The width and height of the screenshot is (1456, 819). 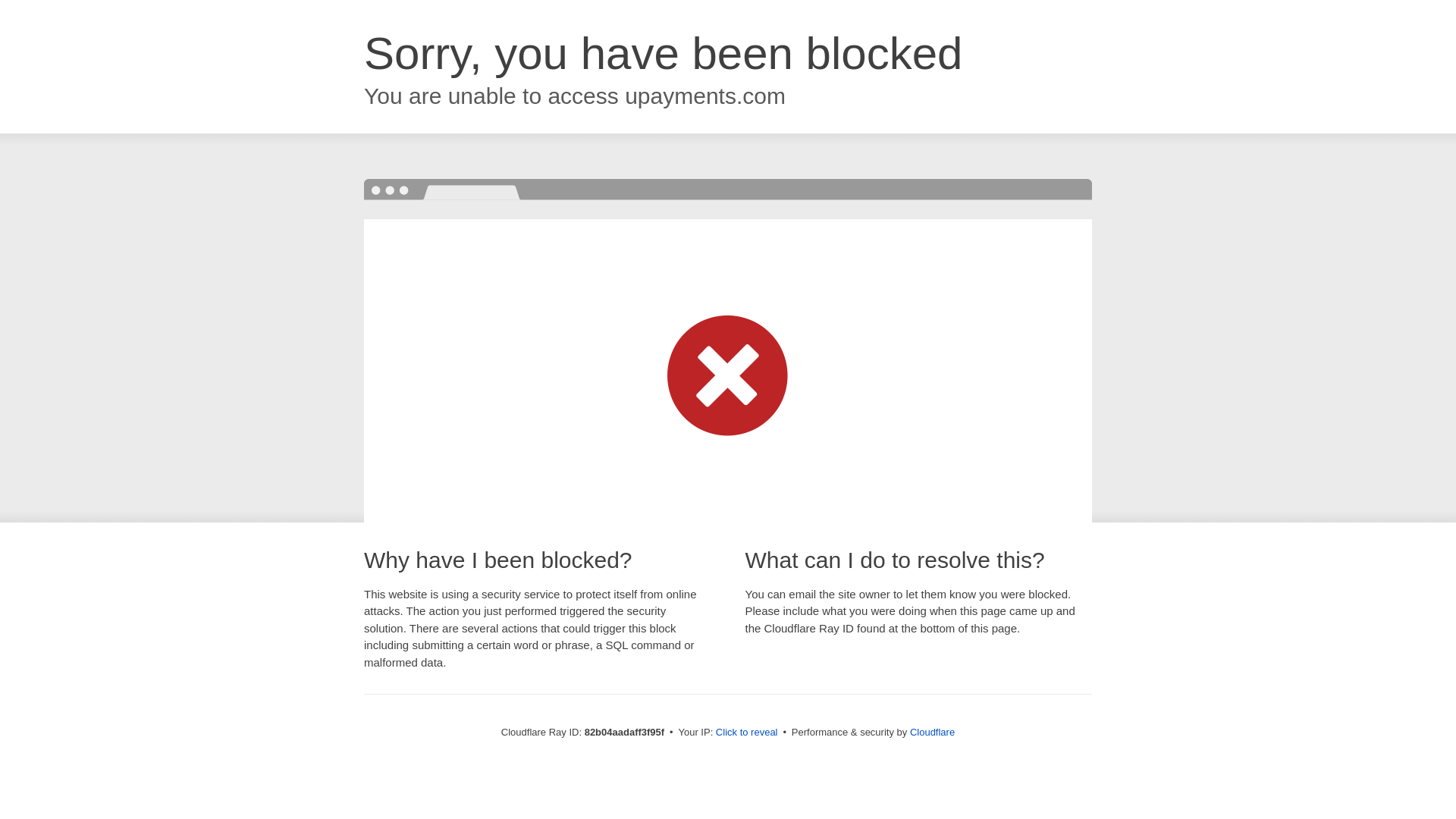 I want to click on 'Cloudflare', so click(x=910, y=731).